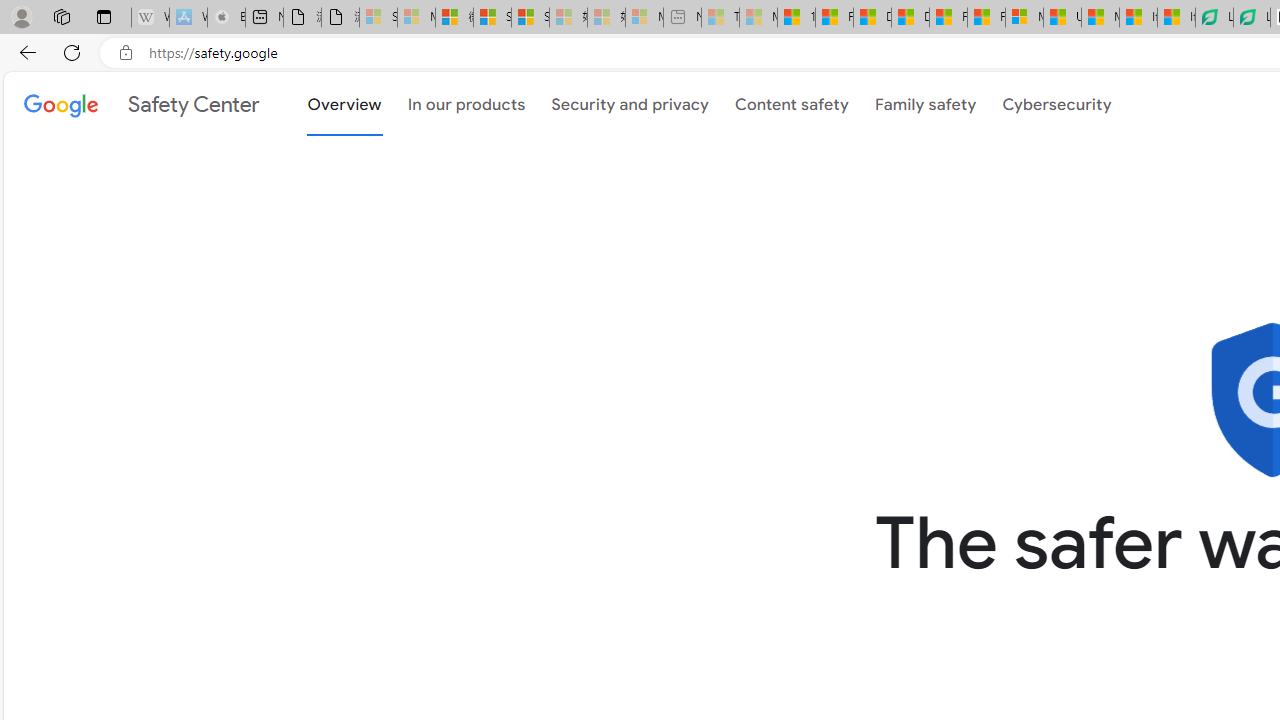  Describe the element at coordinates (465, 102) in the screenshot. I see `'In our products'` at that location.